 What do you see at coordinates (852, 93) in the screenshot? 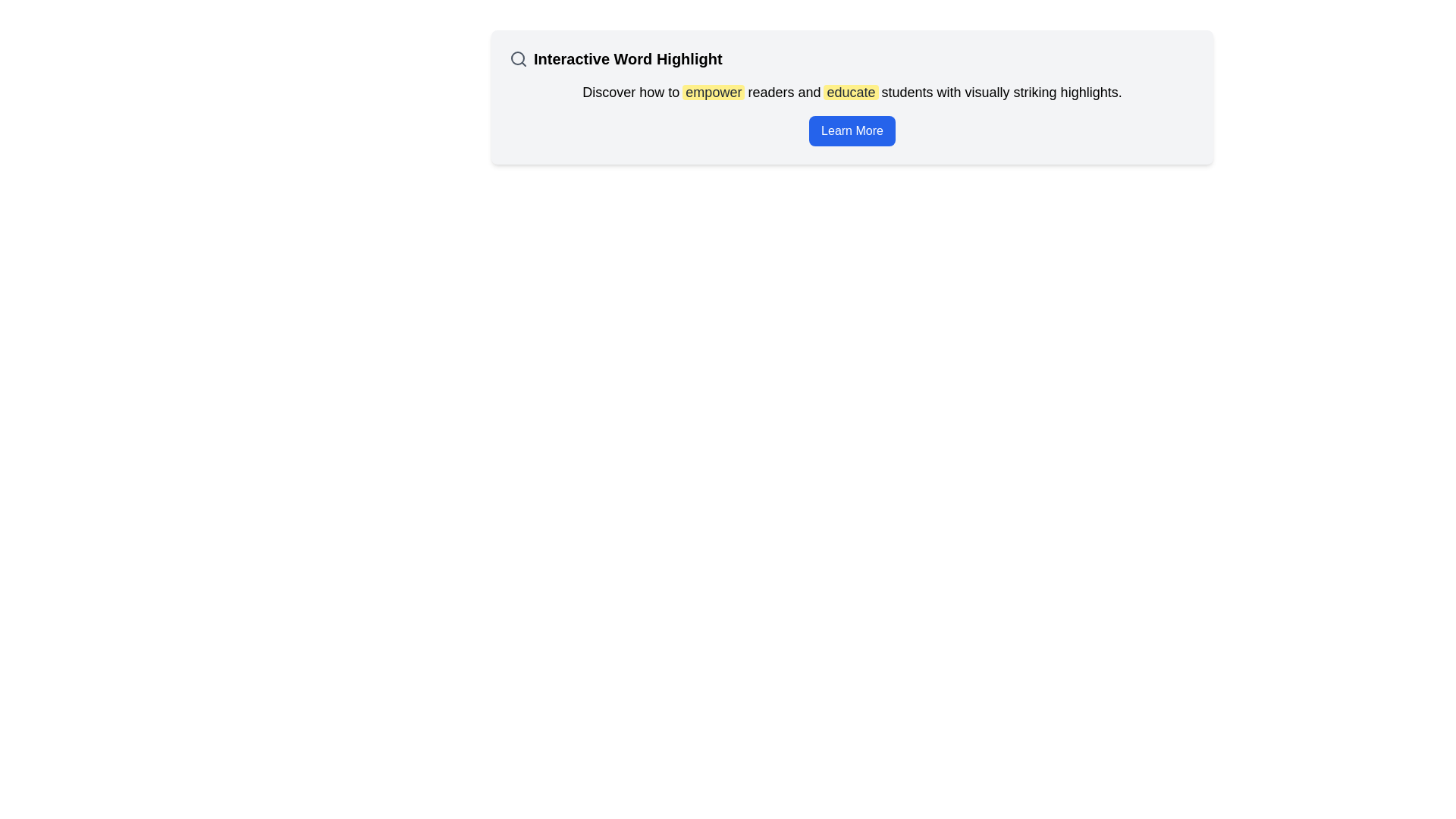
I see `the informative text element located below the 'Interactive Word Highlight' title and above the 'Learn More' button` at bounding box center [852, 93].